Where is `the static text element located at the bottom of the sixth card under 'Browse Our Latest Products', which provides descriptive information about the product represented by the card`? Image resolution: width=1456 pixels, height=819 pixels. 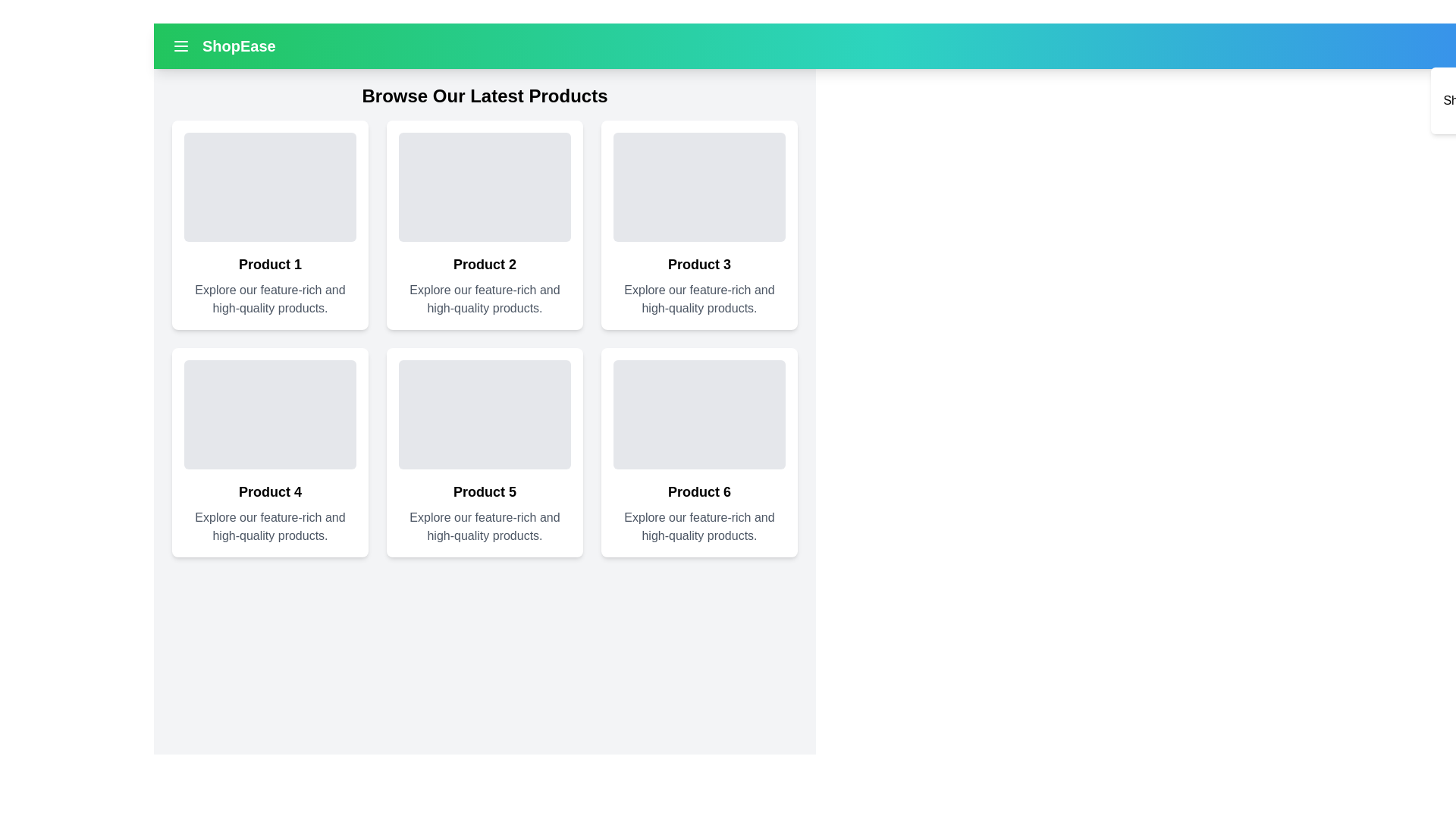
the static text element located at the bottom of the sixth card under 'Browse Our Latest Products', which provides descriptive information about the product represented by the card is located at coordinates (698, 526).